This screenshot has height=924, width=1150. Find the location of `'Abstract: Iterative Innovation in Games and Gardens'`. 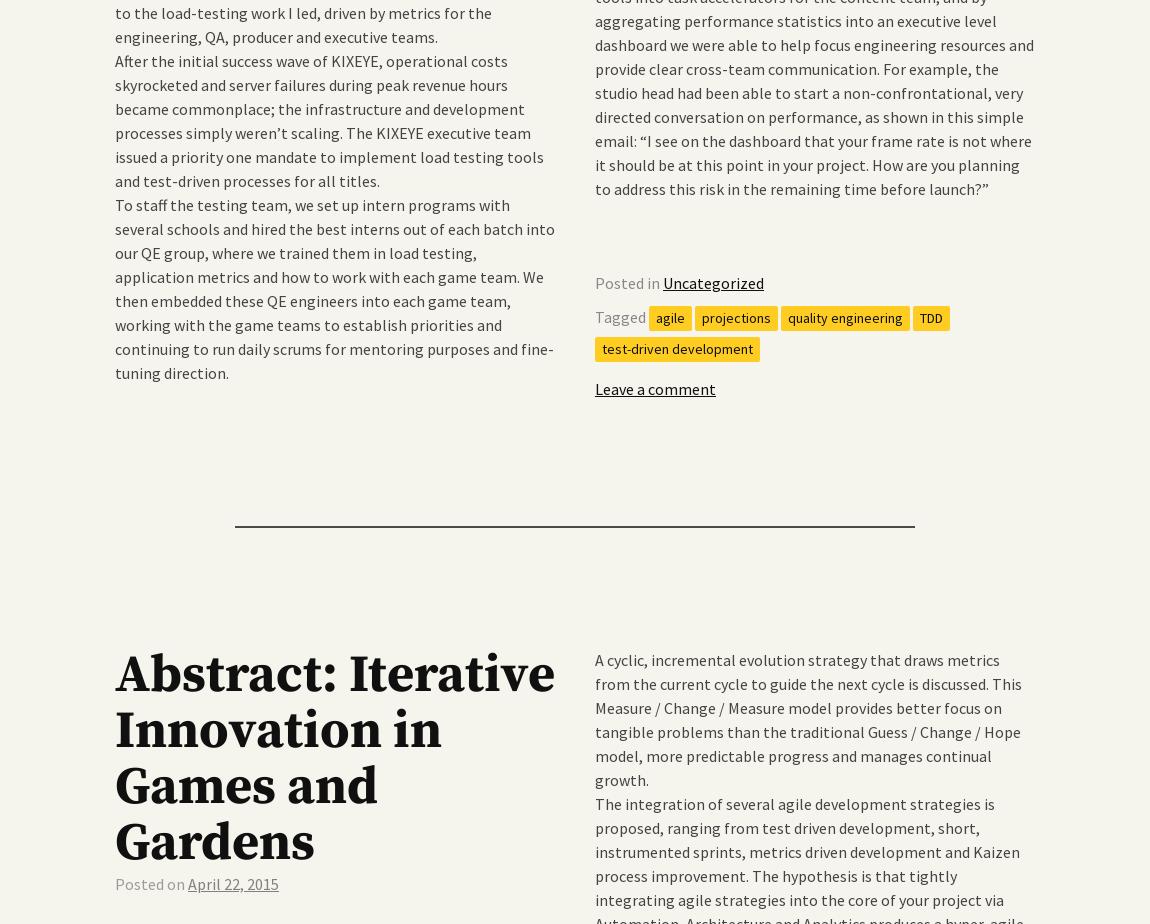

'Abstract: Iterative Innovation in Games and Gardens' is located at coordinates (334, 758).